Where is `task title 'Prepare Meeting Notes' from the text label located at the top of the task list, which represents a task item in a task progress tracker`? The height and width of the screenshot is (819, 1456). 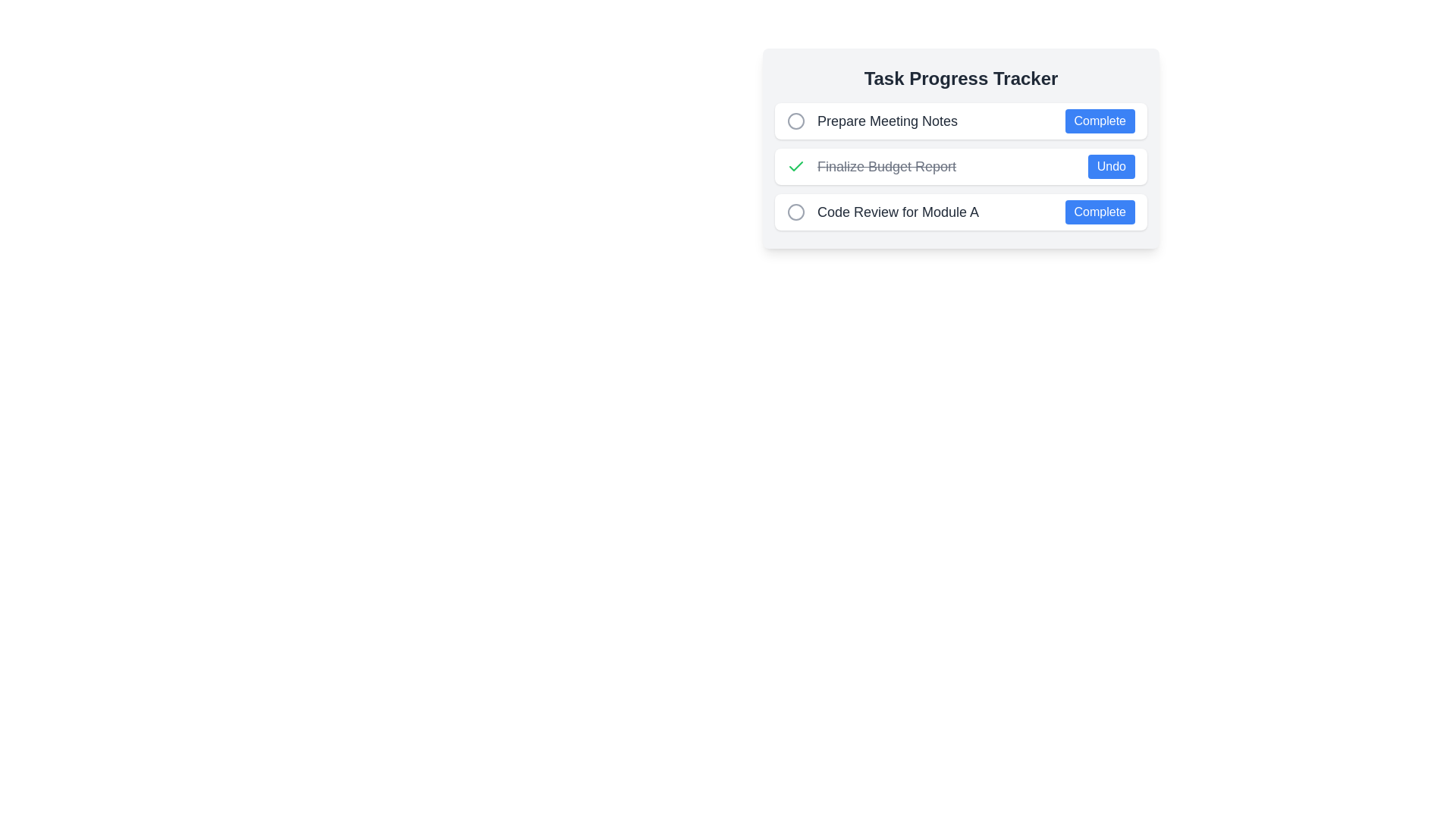 task title 'Prepare Meeting Notes' from the text label located at the top of the task list, which represents a task item in a task progress tracker is located at coordinates (872, 120).